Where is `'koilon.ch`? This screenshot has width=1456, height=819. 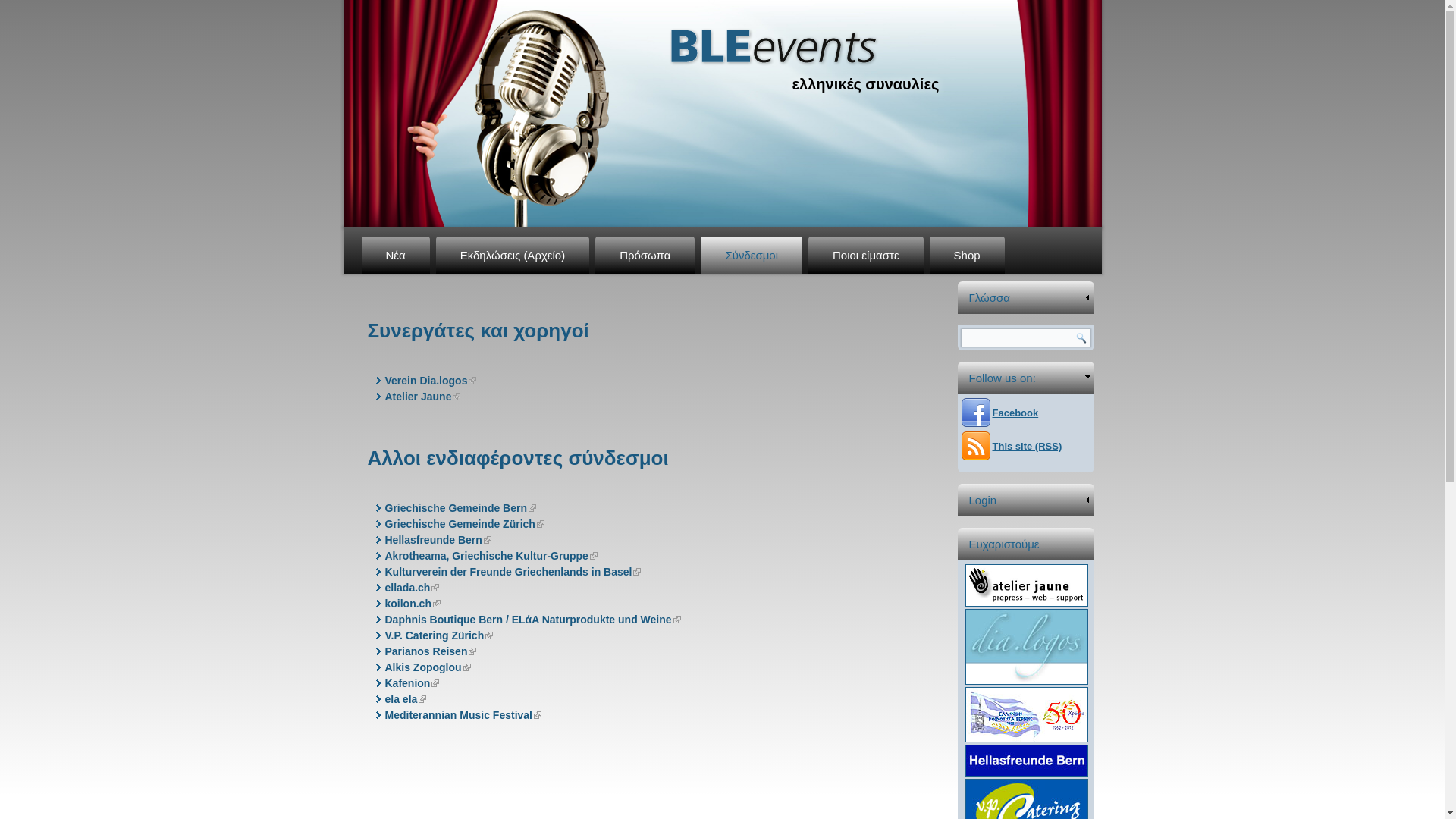
'koilon.ch is located at coordinates (385, 602).